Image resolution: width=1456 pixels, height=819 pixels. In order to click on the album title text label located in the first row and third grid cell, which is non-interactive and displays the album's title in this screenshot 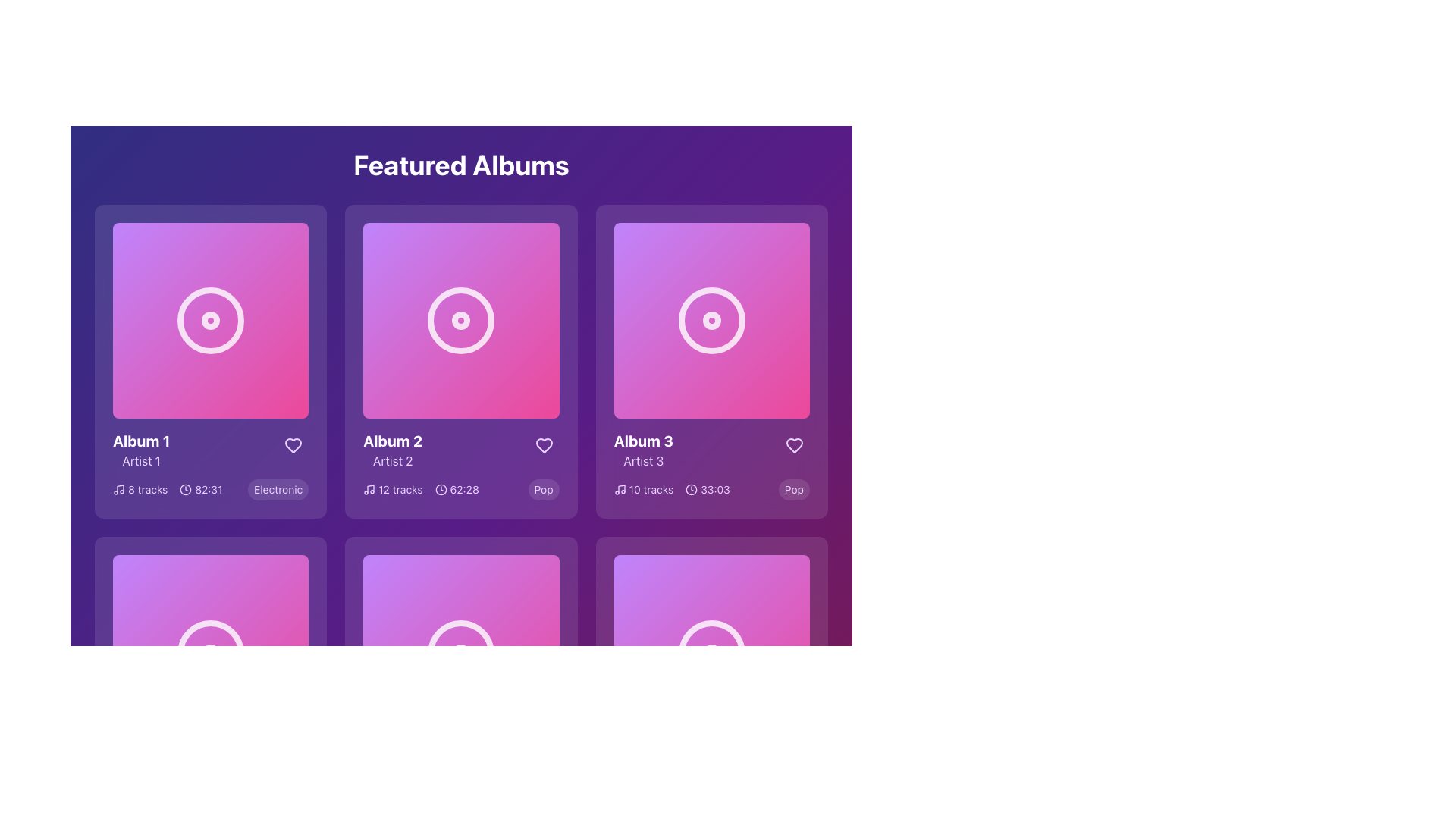, I will do `click(643, 441)`.